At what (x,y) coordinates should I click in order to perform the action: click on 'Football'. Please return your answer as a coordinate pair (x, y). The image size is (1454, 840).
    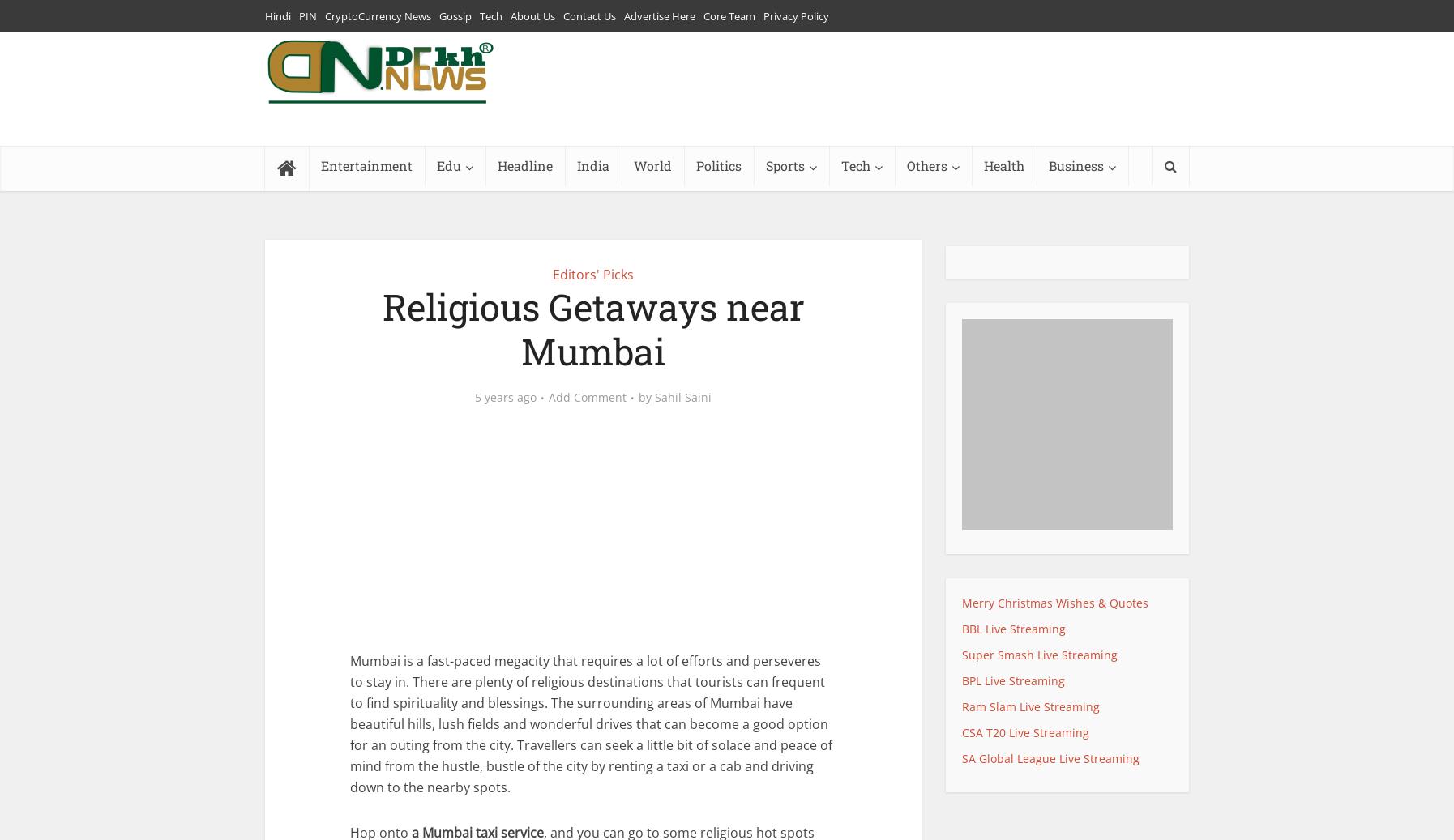
    Looking at the image, I should click on (765, 283).